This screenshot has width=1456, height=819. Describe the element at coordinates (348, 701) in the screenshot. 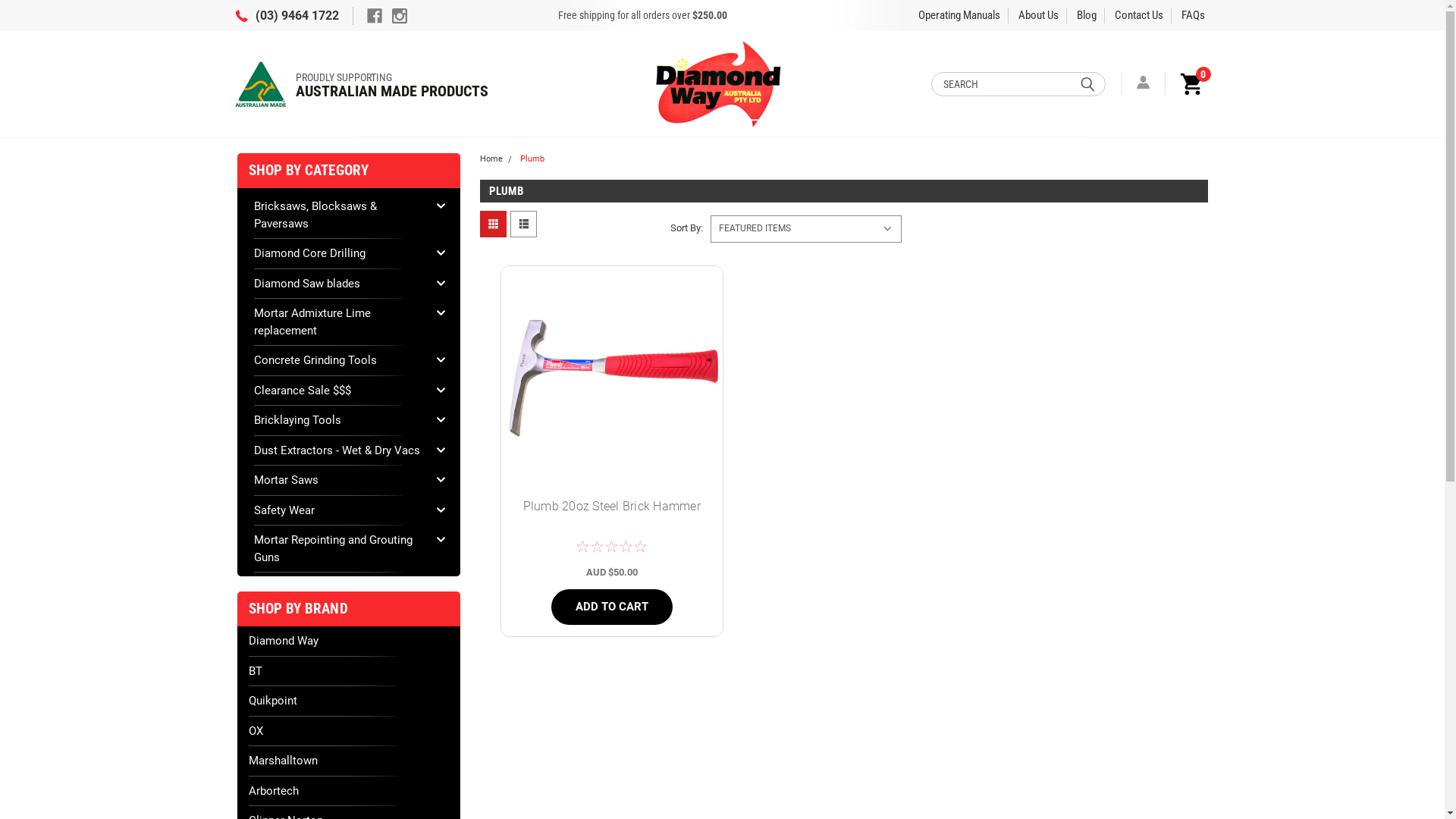

I see `'Quikpoint'` at that location.